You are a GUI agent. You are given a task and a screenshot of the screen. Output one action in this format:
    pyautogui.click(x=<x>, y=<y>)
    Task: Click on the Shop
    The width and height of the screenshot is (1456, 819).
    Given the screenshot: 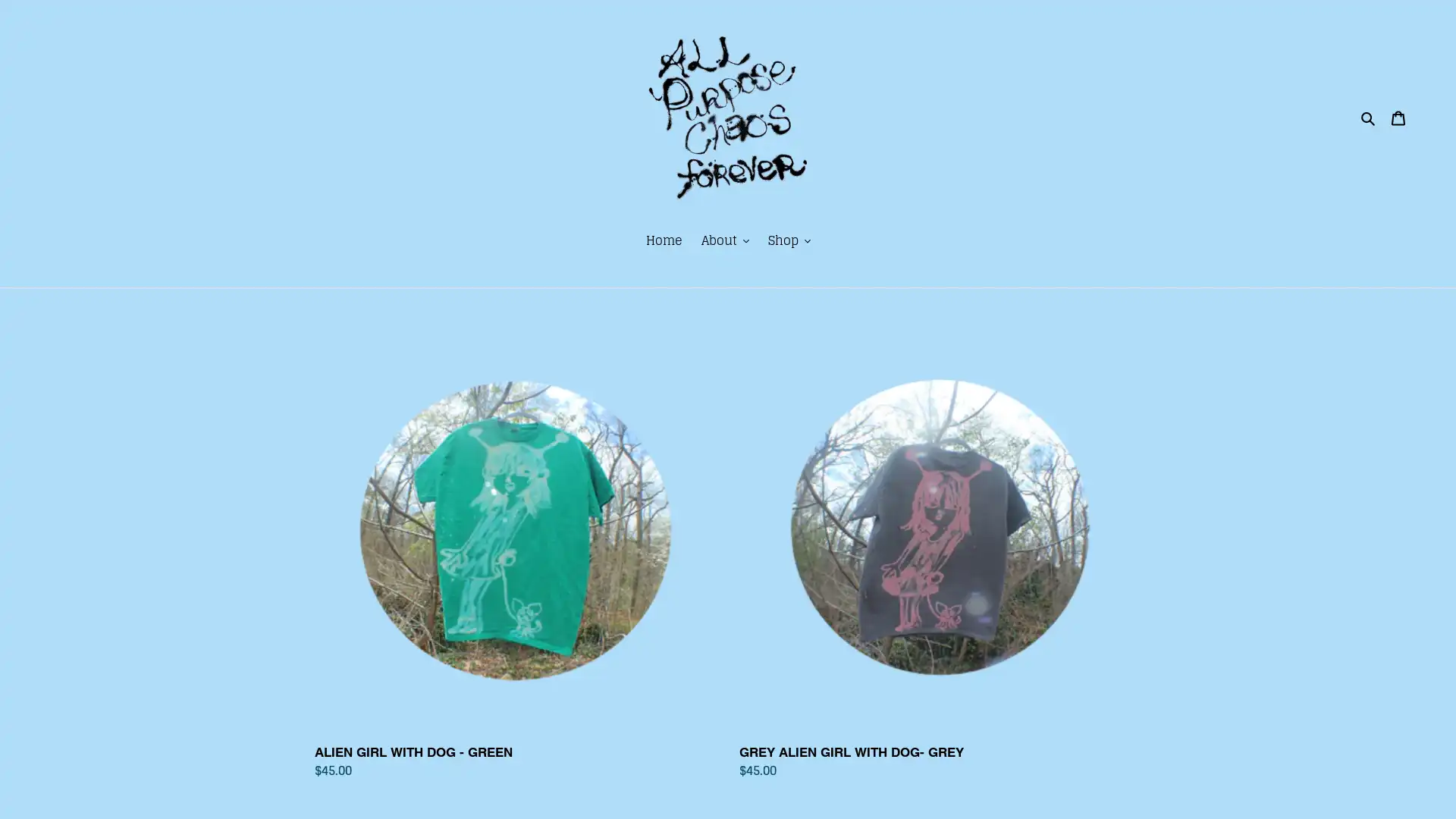 What is the action you would take?
    pyautogui.click(x=789, y=240)
    